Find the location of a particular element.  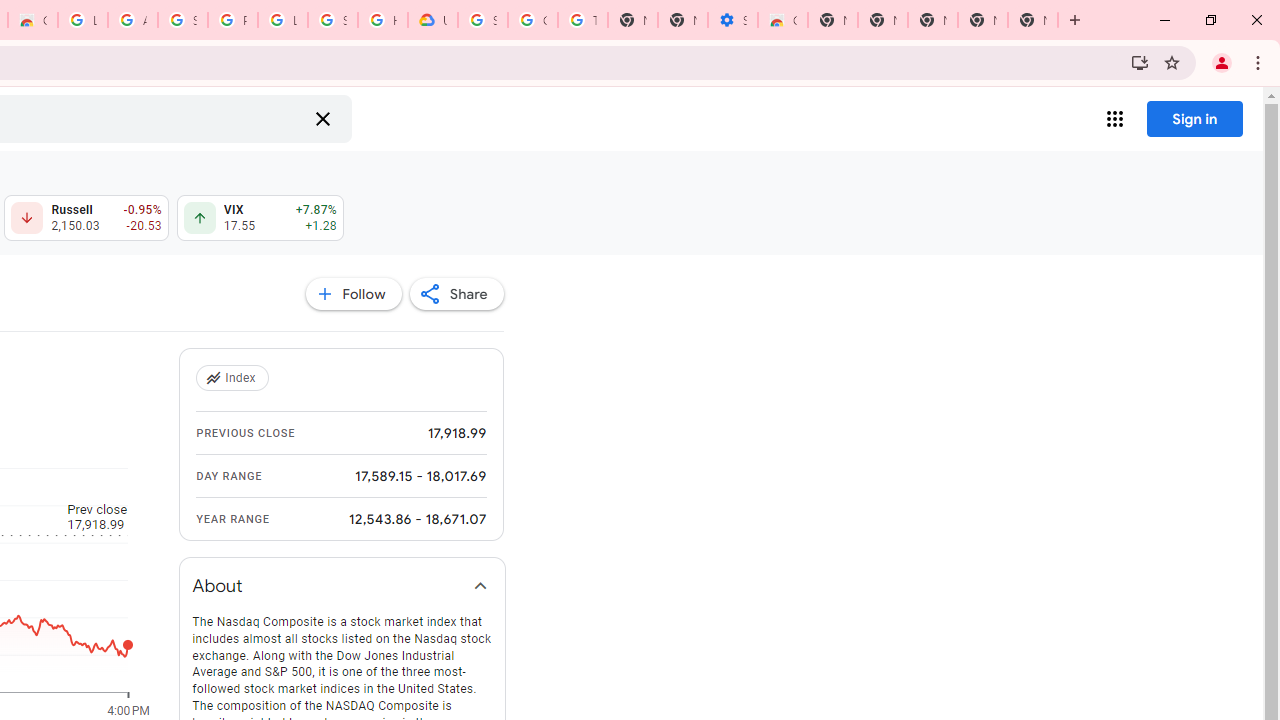

'Ad Settings' is located at coordinates (131, 20).